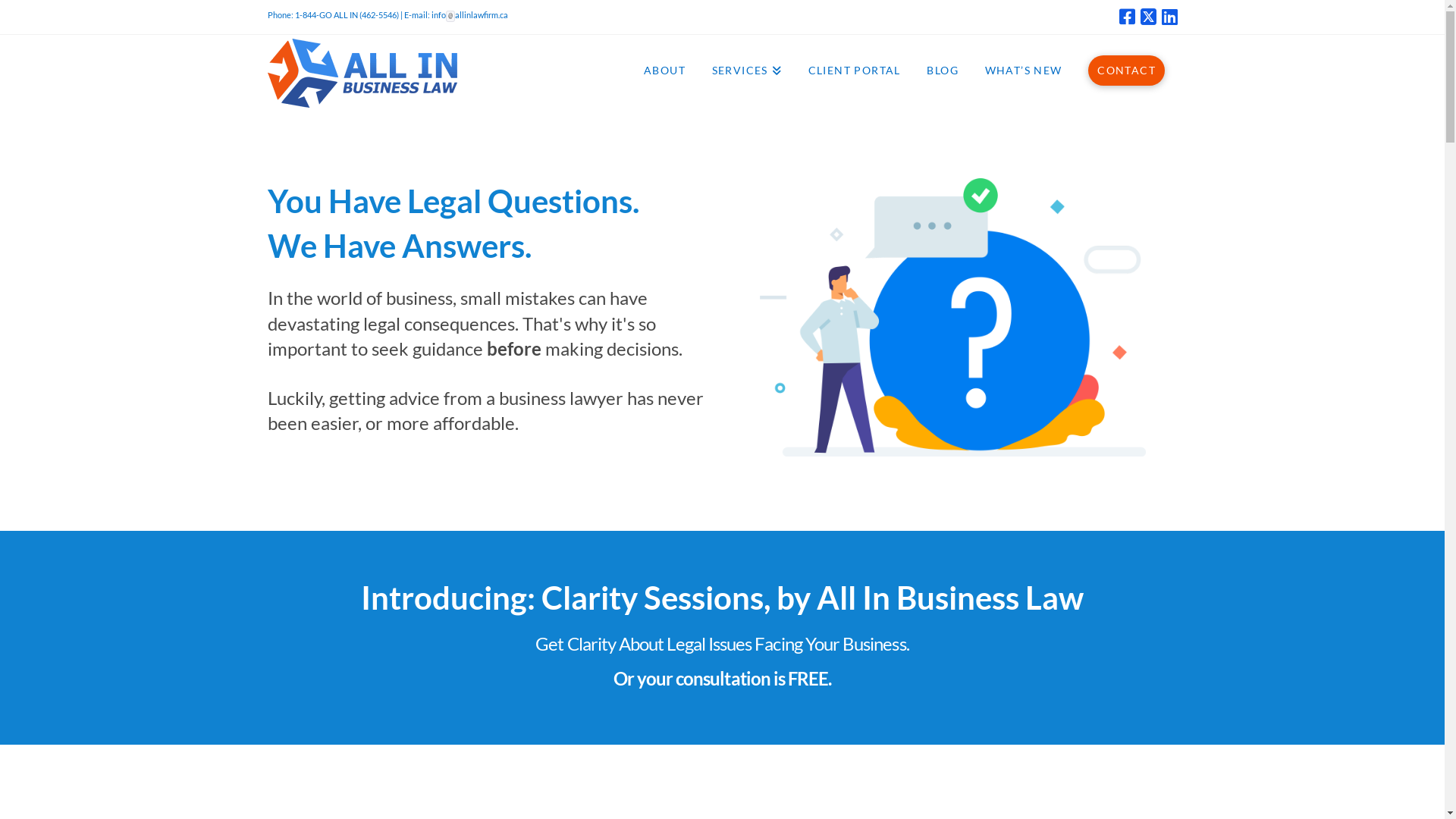  Describe the element at coordinates (912, 69) in the screenshot. I see `'BLOG'` at that location.